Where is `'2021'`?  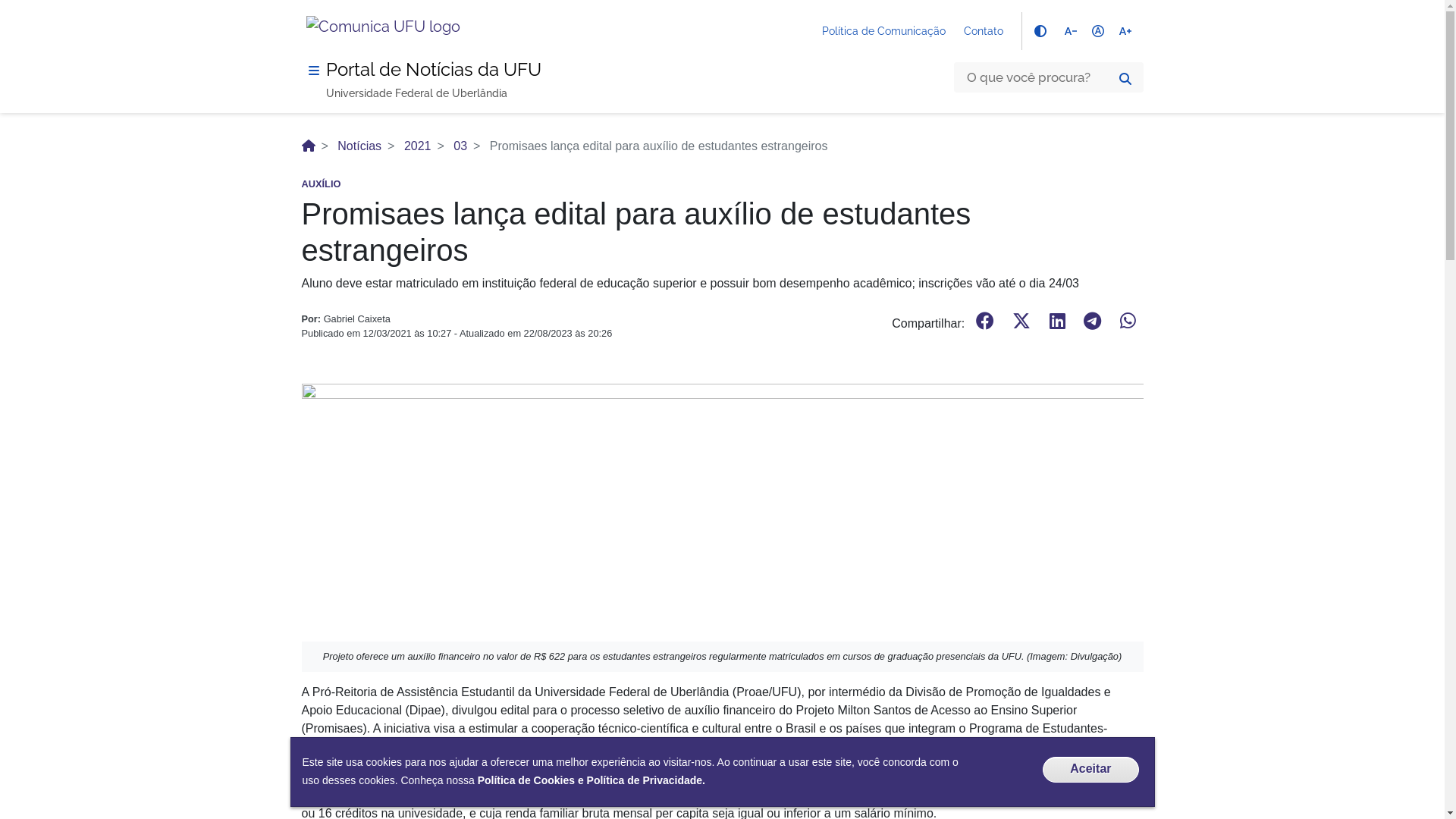 '2021' is located at coordinates (418, 146).